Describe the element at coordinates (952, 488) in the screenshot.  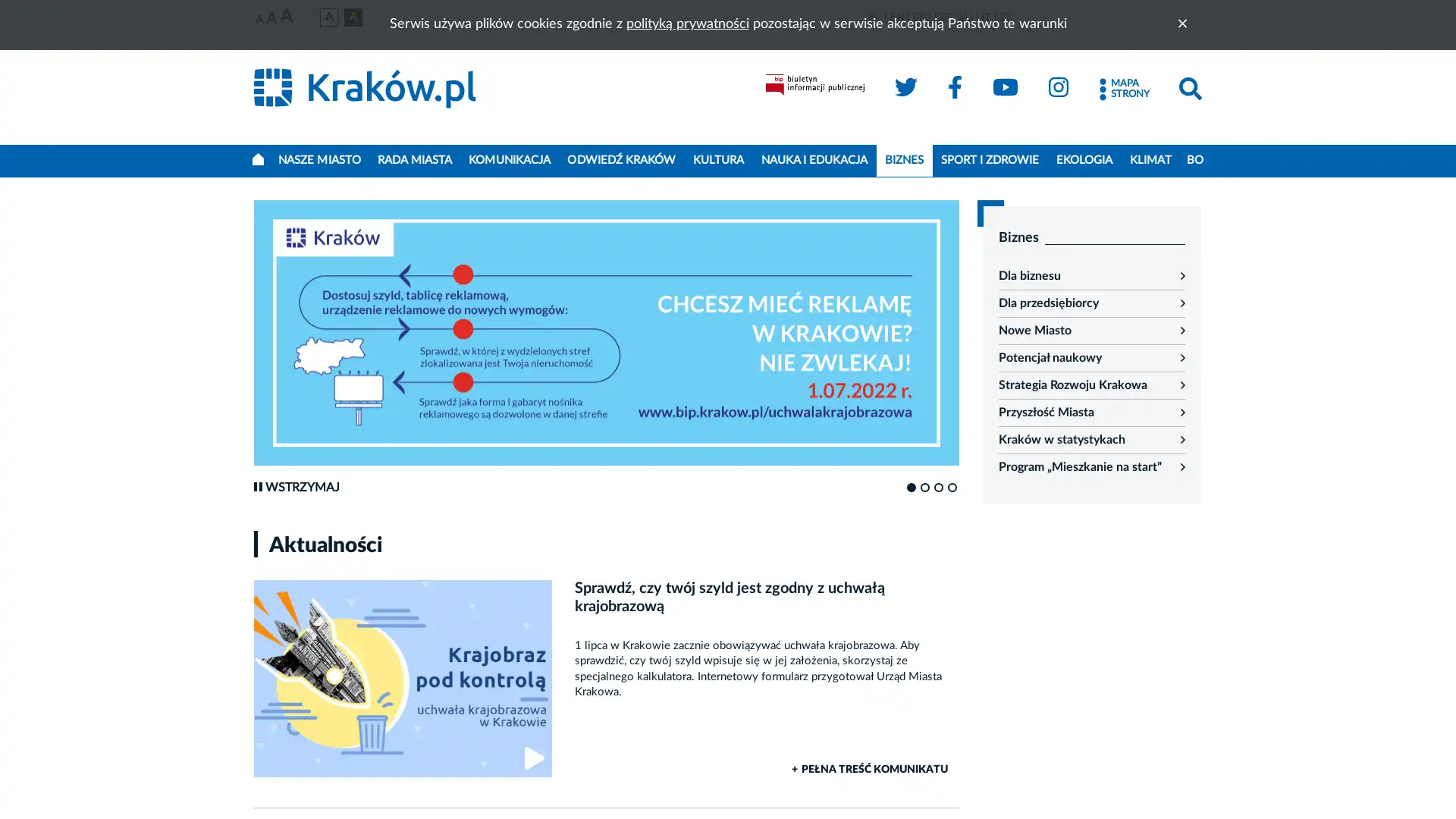
I see `Go to slide 4` at that location.